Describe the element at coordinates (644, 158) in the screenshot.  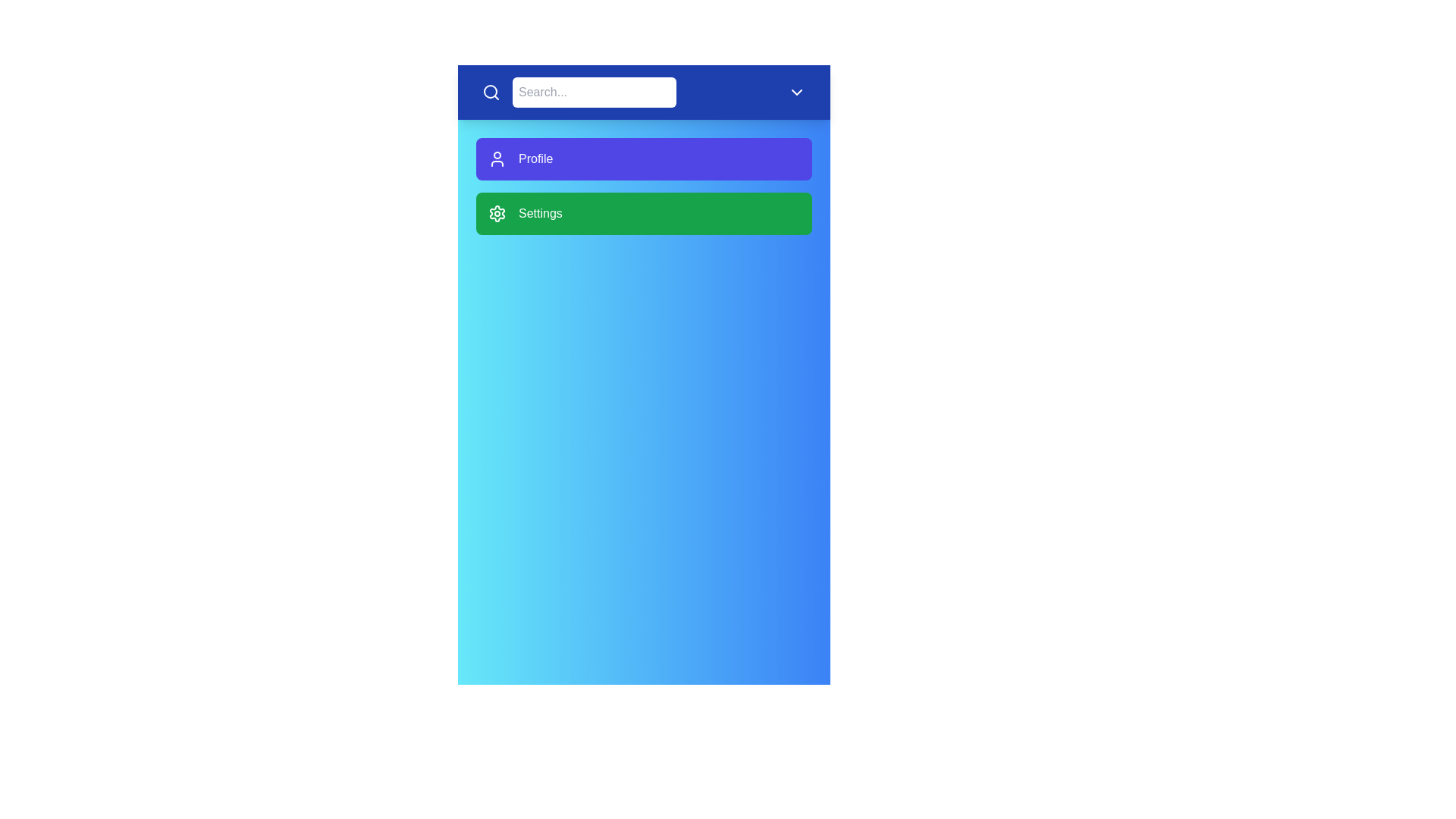
I see `the 'Profile' menu item` at that location.